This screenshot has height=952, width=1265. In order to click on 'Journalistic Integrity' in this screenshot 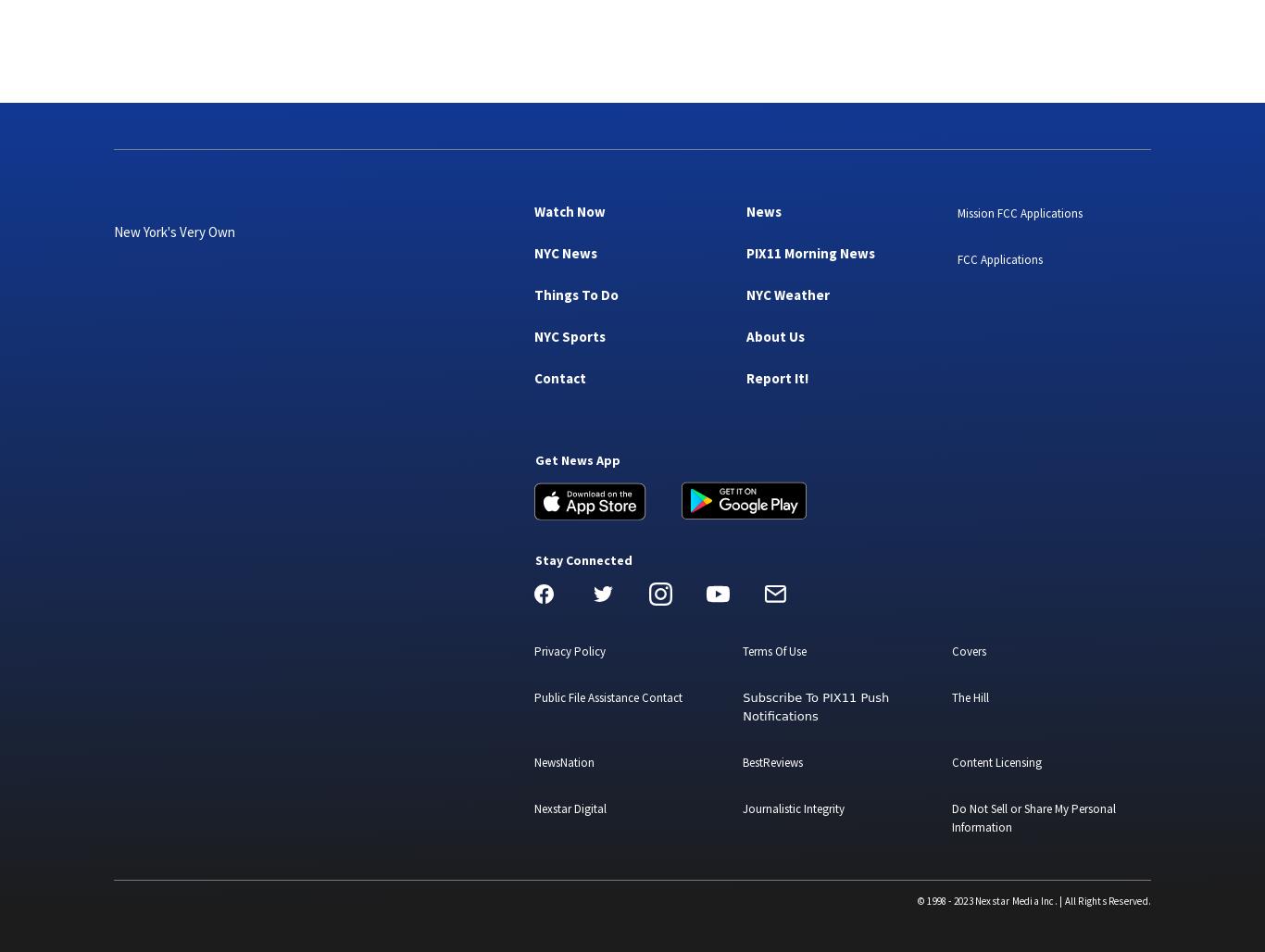, I will do `click(793, 808)`.